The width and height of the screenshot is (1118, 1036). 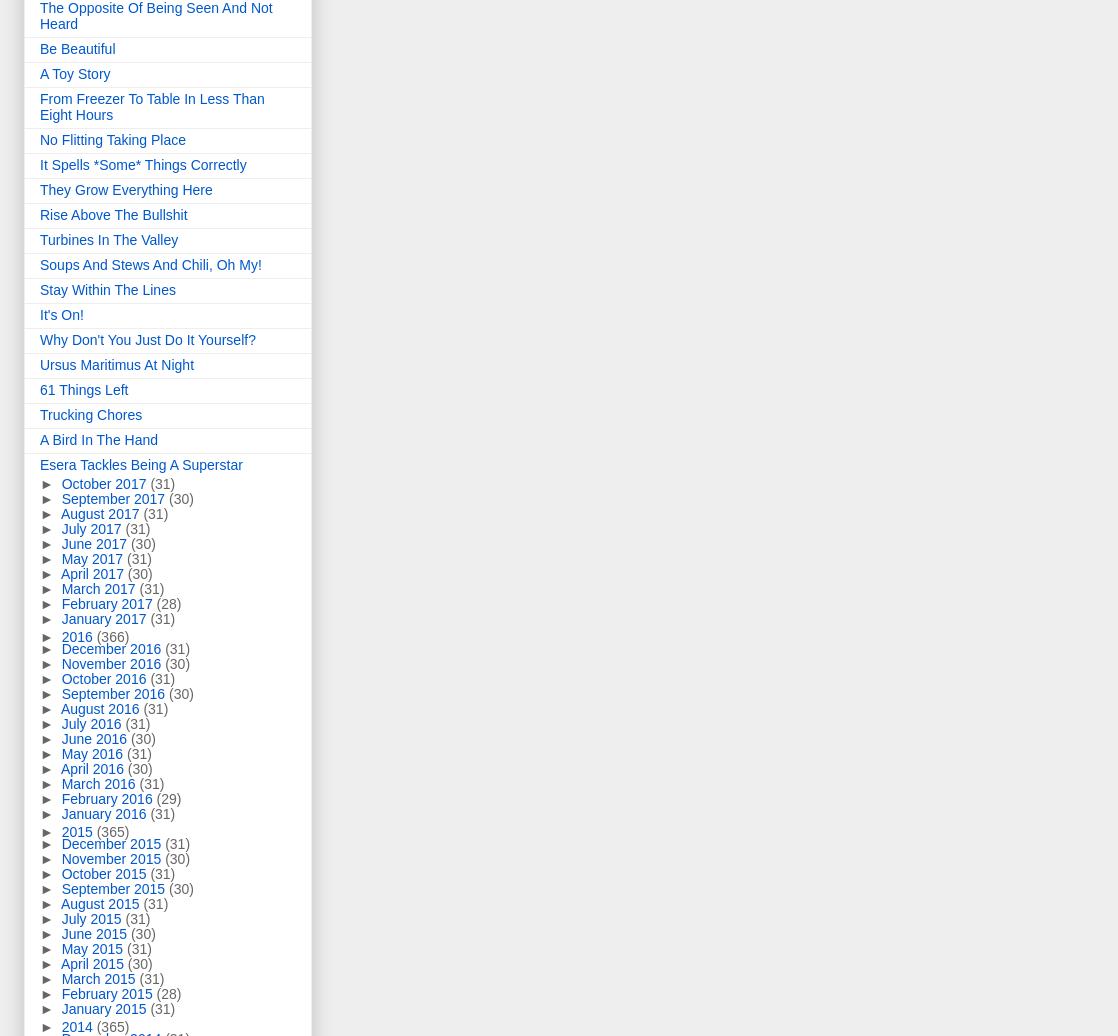 What do you see at coordinates (93, 528) in the screenshot?
I see `'July 2017'` at bounding box center [93, 528].